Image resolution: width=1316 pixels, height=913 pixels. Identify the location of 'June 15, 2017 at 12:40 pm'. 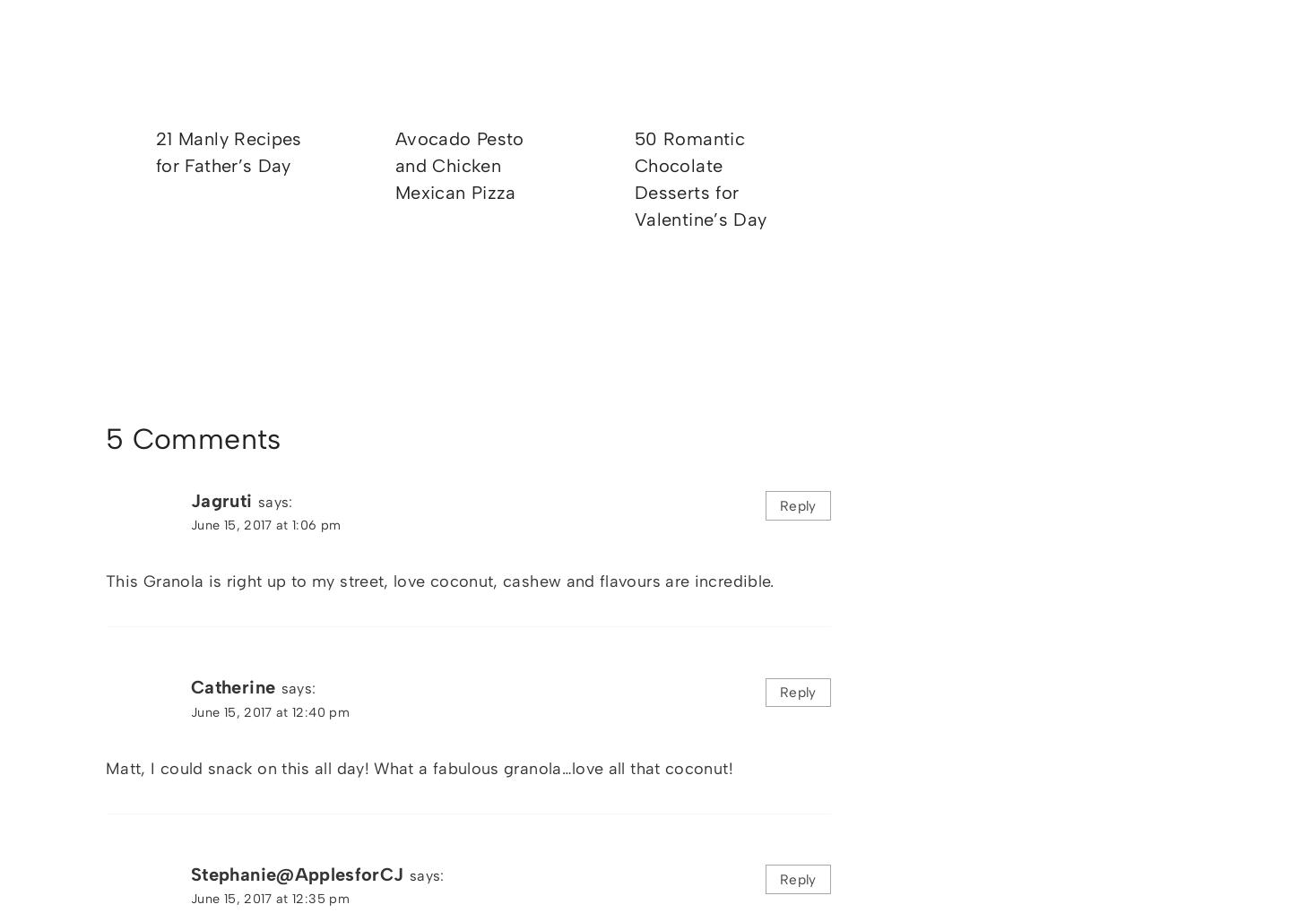
(269, 711).